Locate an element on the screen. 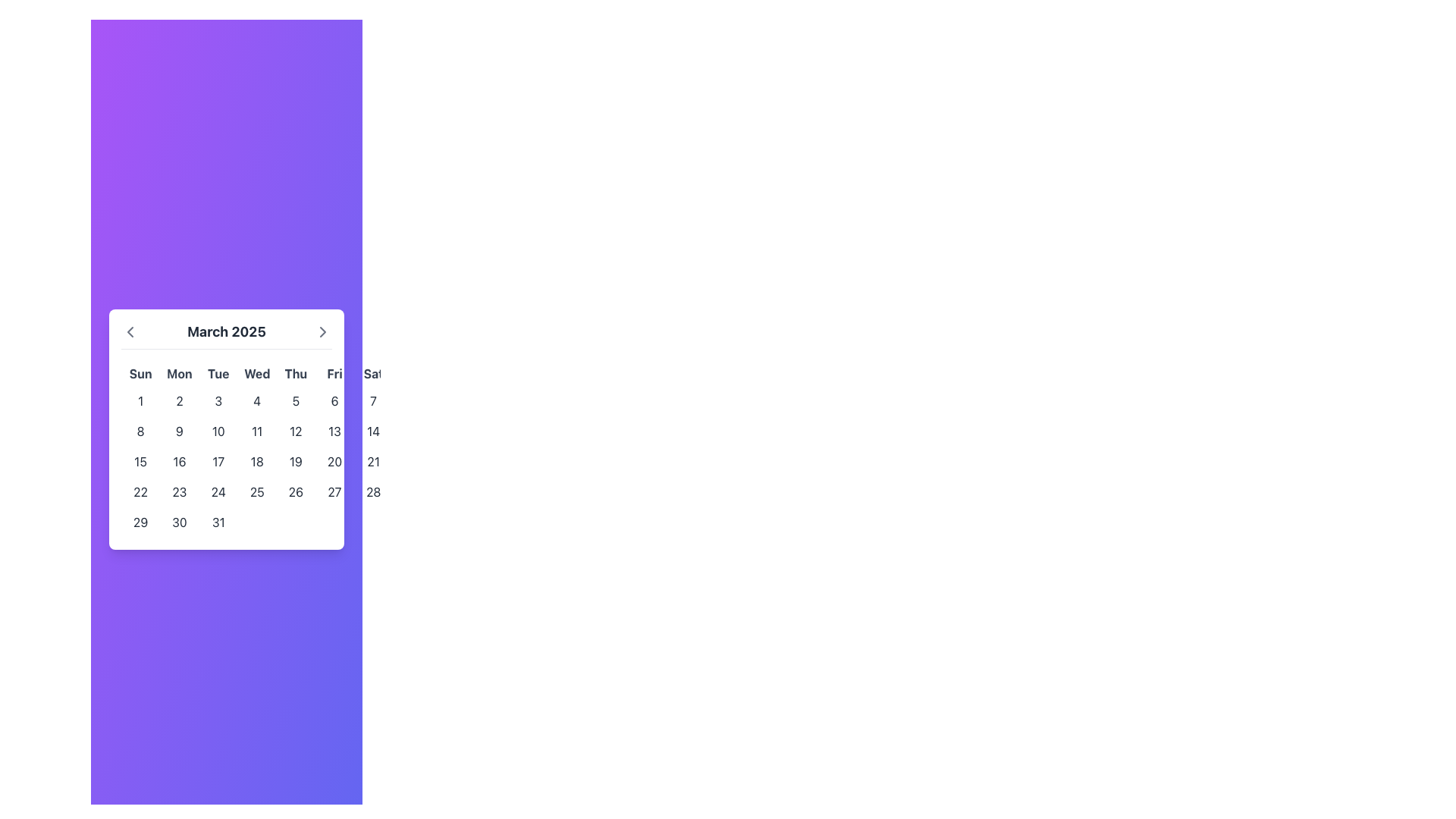 Image resolution: width=1456 pixels, height=819 pixels. the specific number in the row of calendar dates (22 to 28) is located at coordinates (257, 491).